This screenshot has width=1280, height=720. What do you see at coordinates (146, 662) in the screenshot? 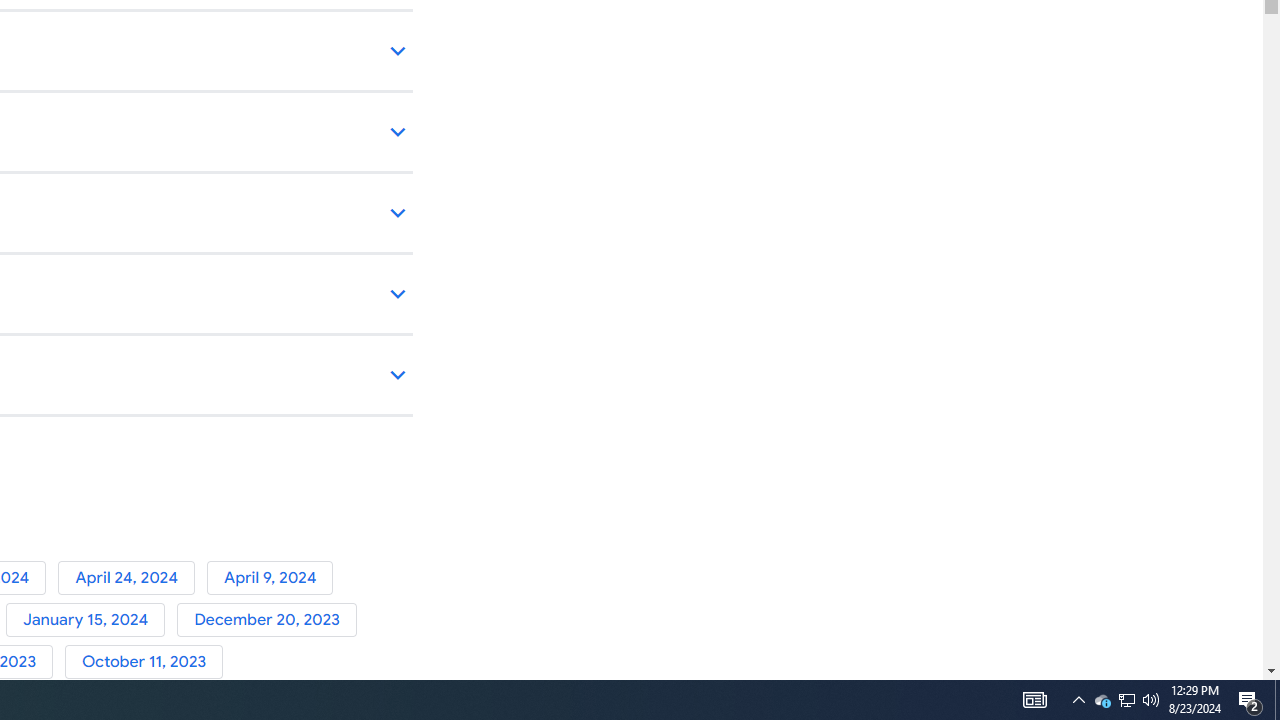
I see `'October 11, 2023'` at bounding box center [146, 662].